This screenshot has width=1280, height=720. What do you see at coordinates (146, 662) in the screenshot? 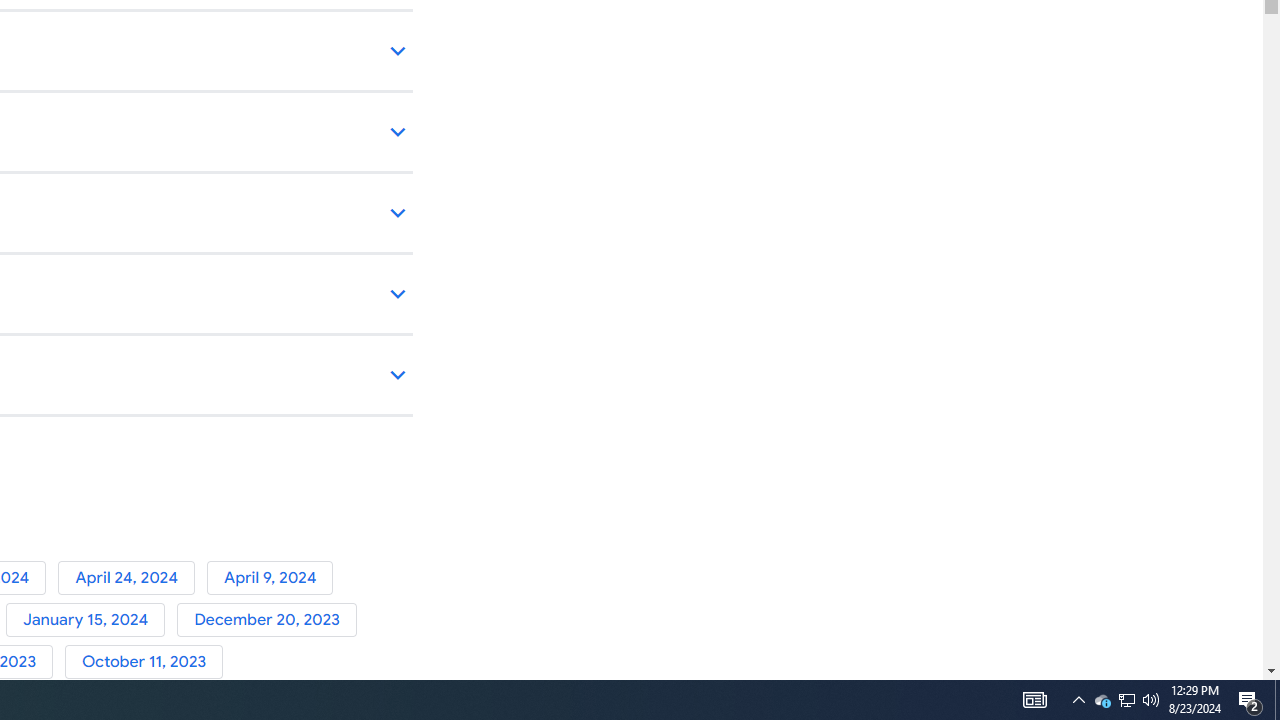
I see `'October 11, 2023'` at bounding box center [146, 662].